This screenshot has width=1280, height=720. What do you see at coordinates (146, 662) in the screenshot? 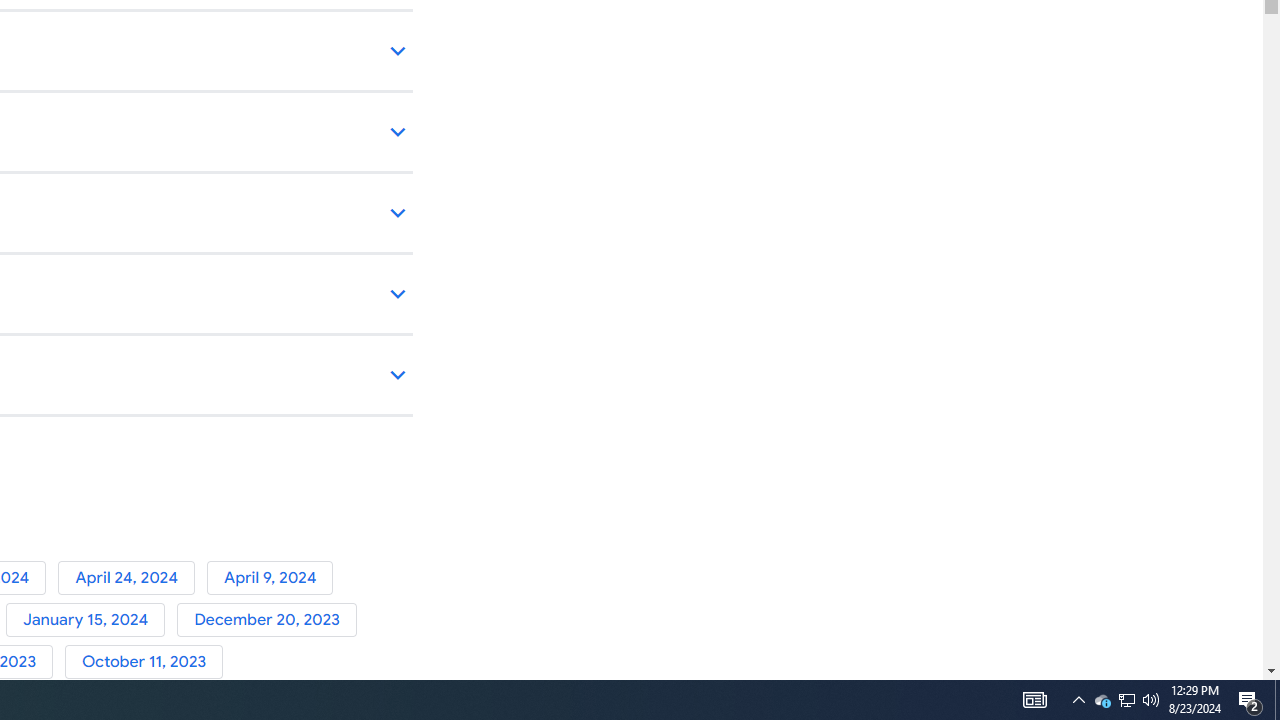
I see `'October 11, 2023'` at bounding box center [146, 662].